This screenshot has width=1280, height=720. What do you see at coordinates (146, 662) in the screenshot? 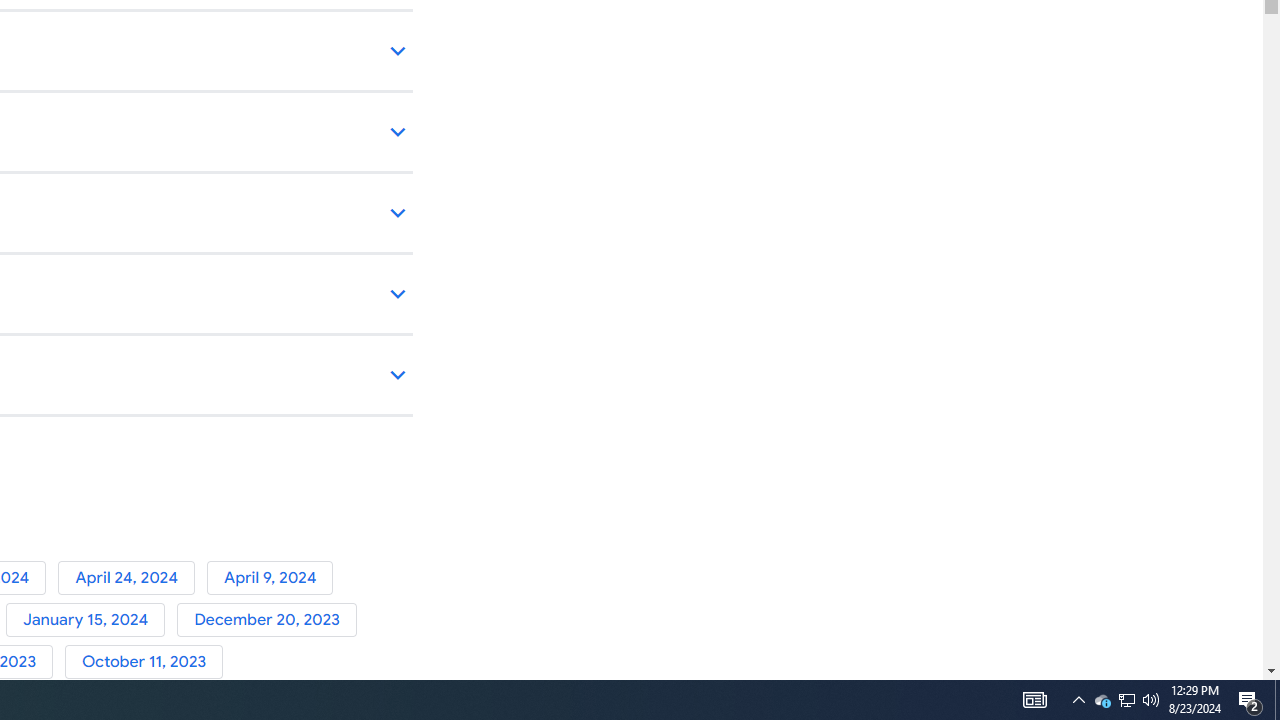
I see `'October 11, 2023'` at bounding box center [146, 662].